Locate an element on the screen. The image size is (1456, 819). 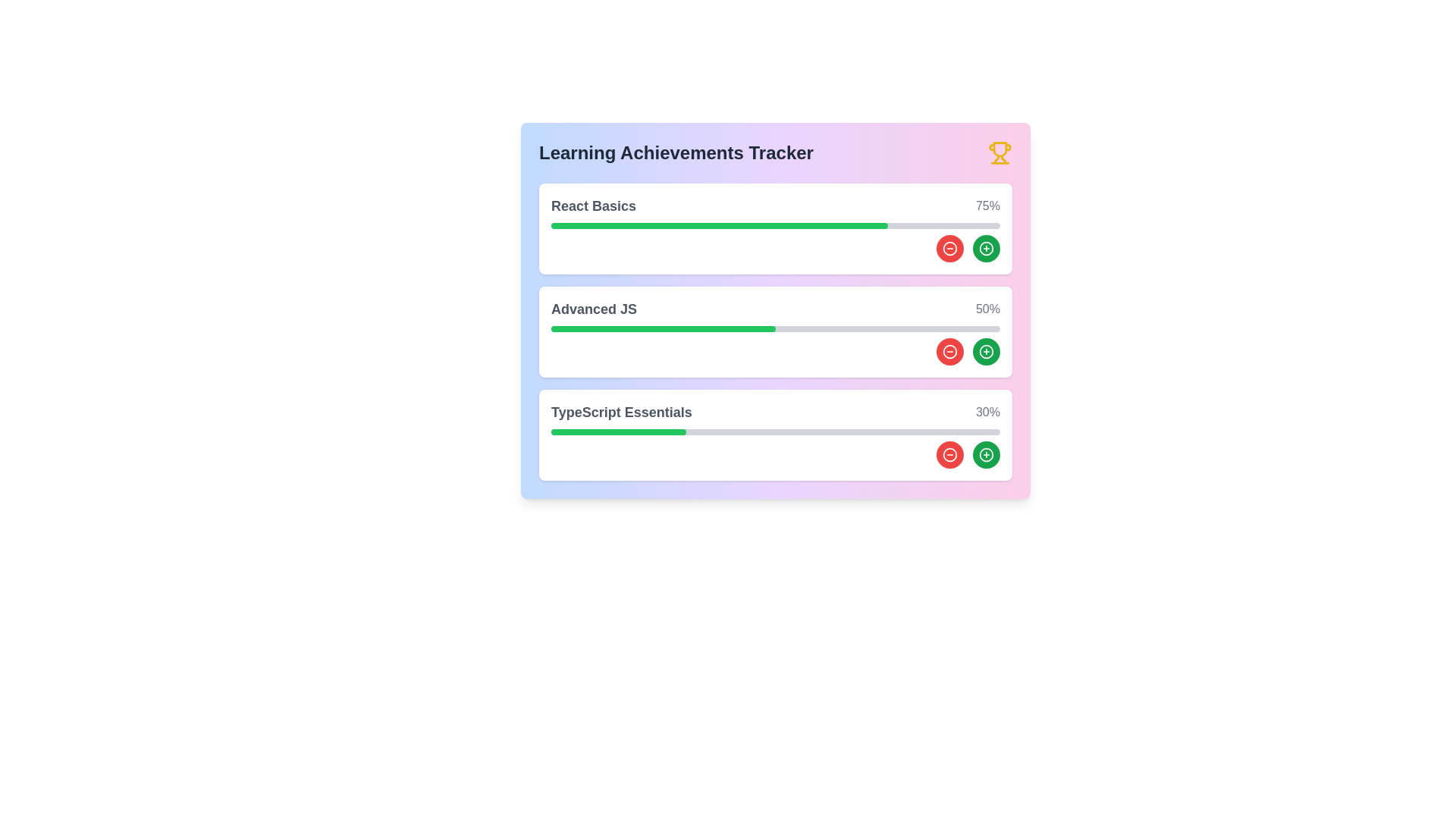
the circular green button with a plus sign icon, located to the right of the red circular button with a minus icon, at the end of the row associated with the 'TypeScript Essentials' progress bar is located at coordinates (986, 454).